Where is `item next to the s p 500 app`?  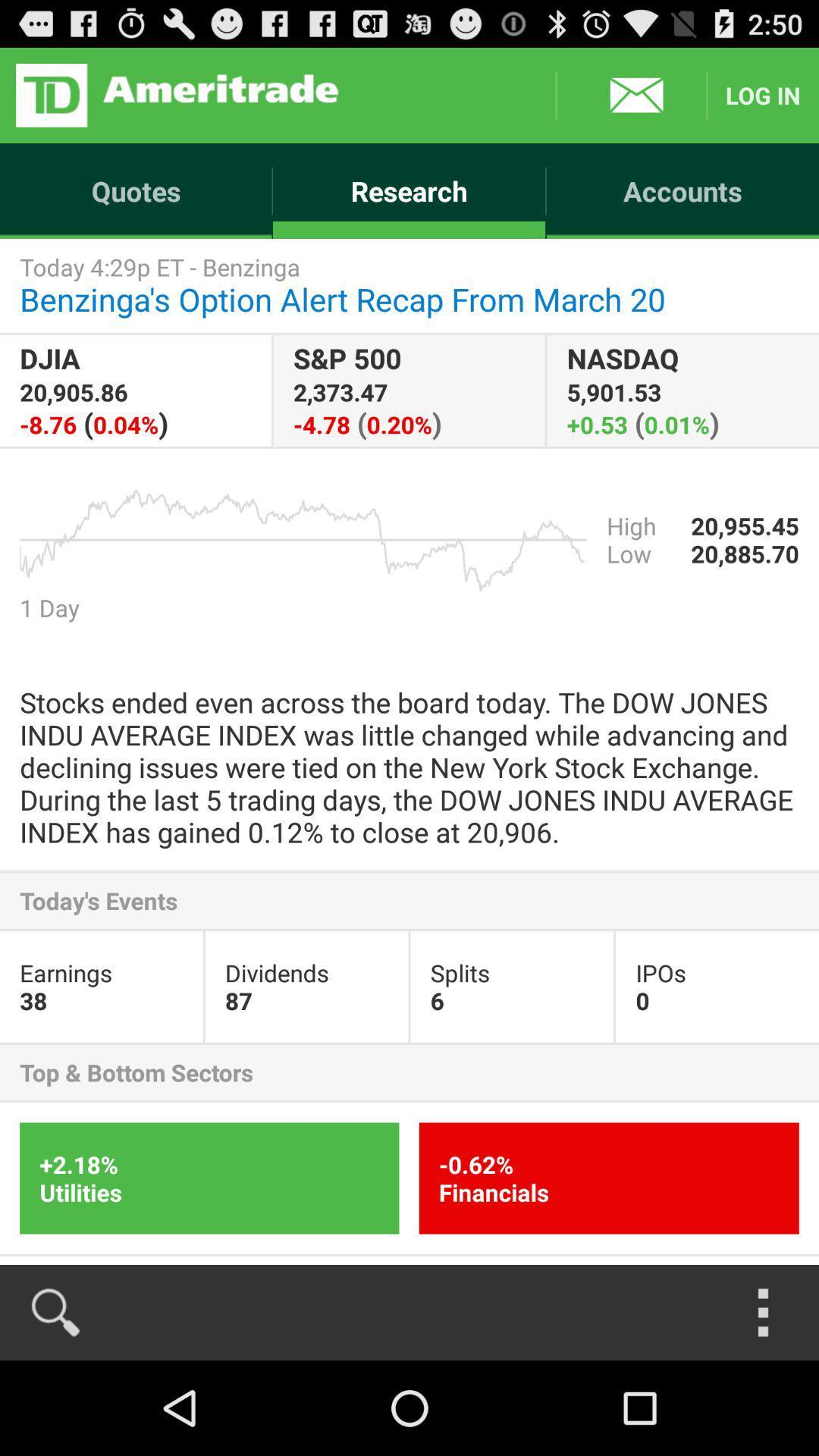
item next to the s p 500 app is located at coordinates (134, 391).